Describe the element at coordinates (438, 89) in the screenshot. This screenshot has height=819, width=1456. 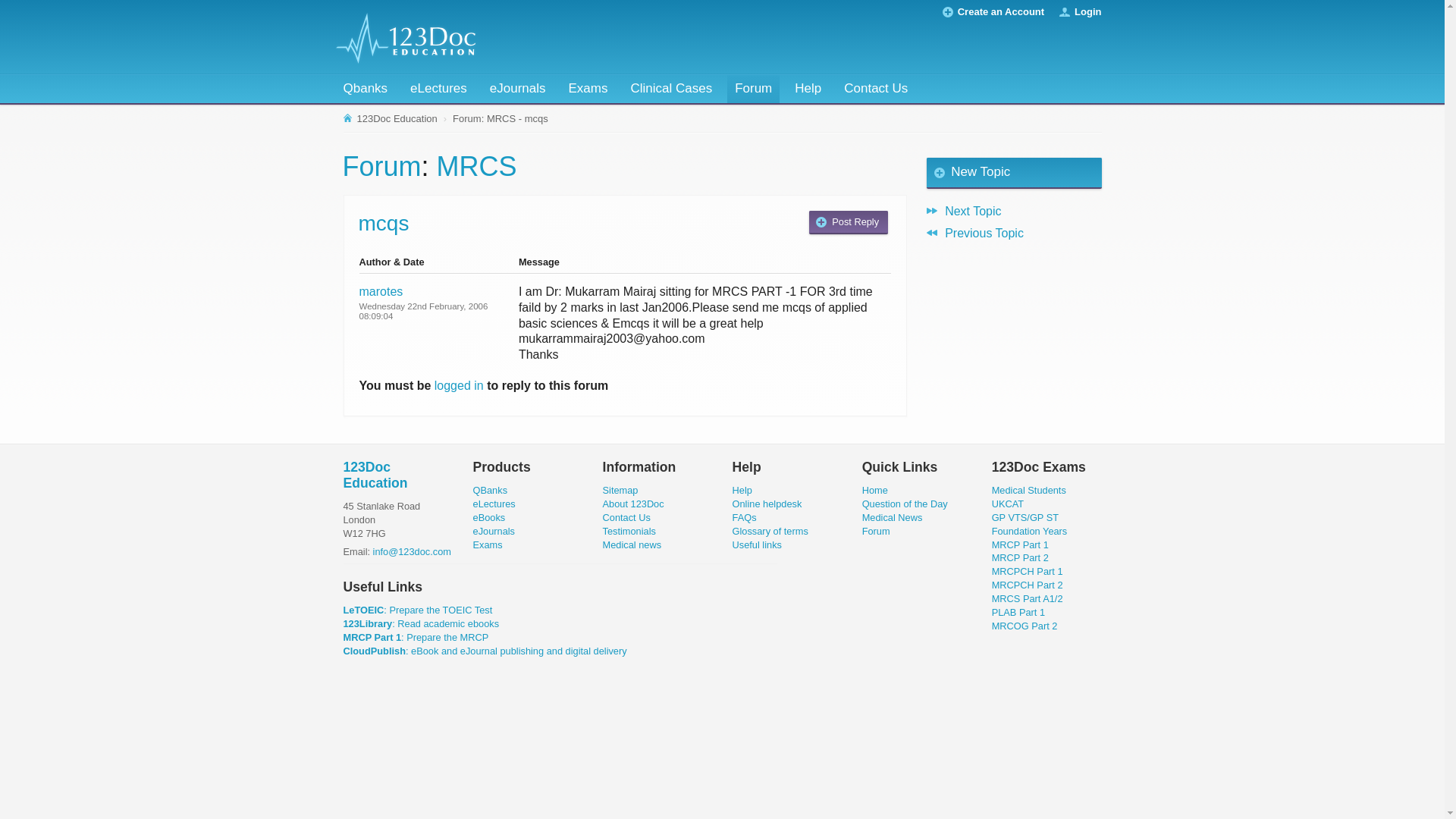
I see `'eLectures'` at that location.